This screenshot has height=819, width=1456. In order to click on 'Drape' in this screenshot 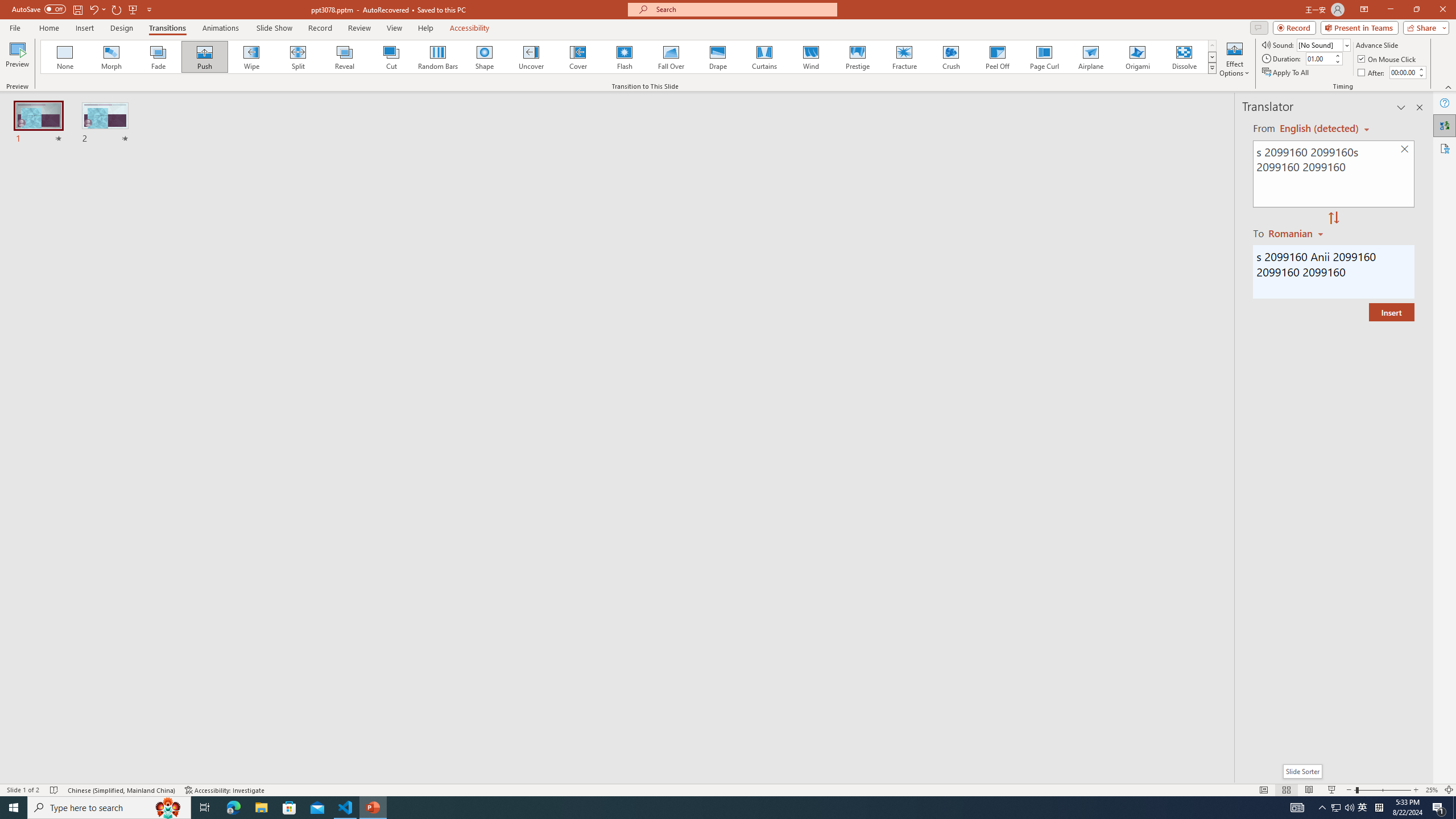, I will do `click(717, 56)`.